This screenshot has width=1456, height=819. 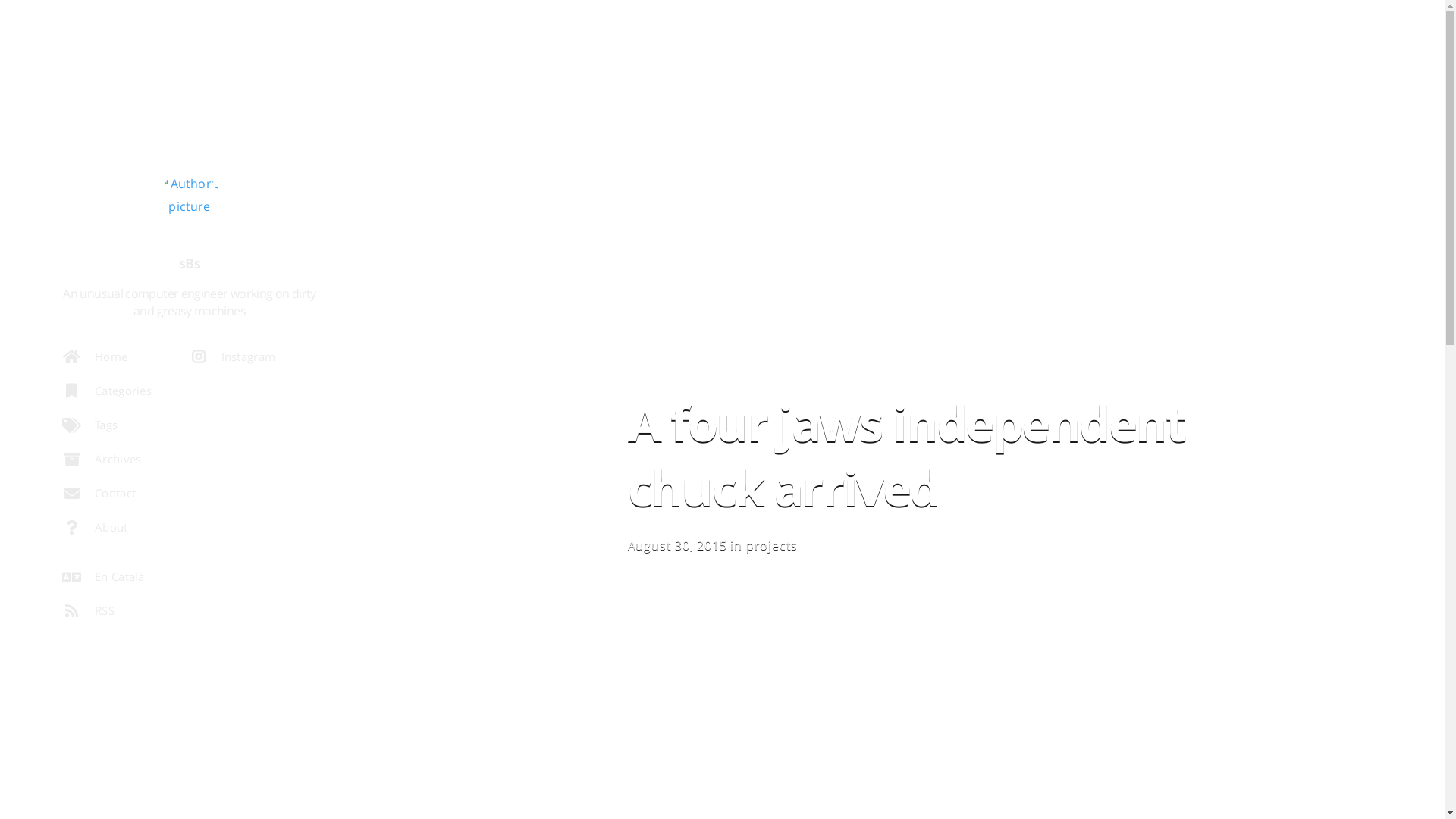 What do you see at coordinates (124, 614) in the screenshot?
I see `'RSS'` at bounding box center [124, 614].